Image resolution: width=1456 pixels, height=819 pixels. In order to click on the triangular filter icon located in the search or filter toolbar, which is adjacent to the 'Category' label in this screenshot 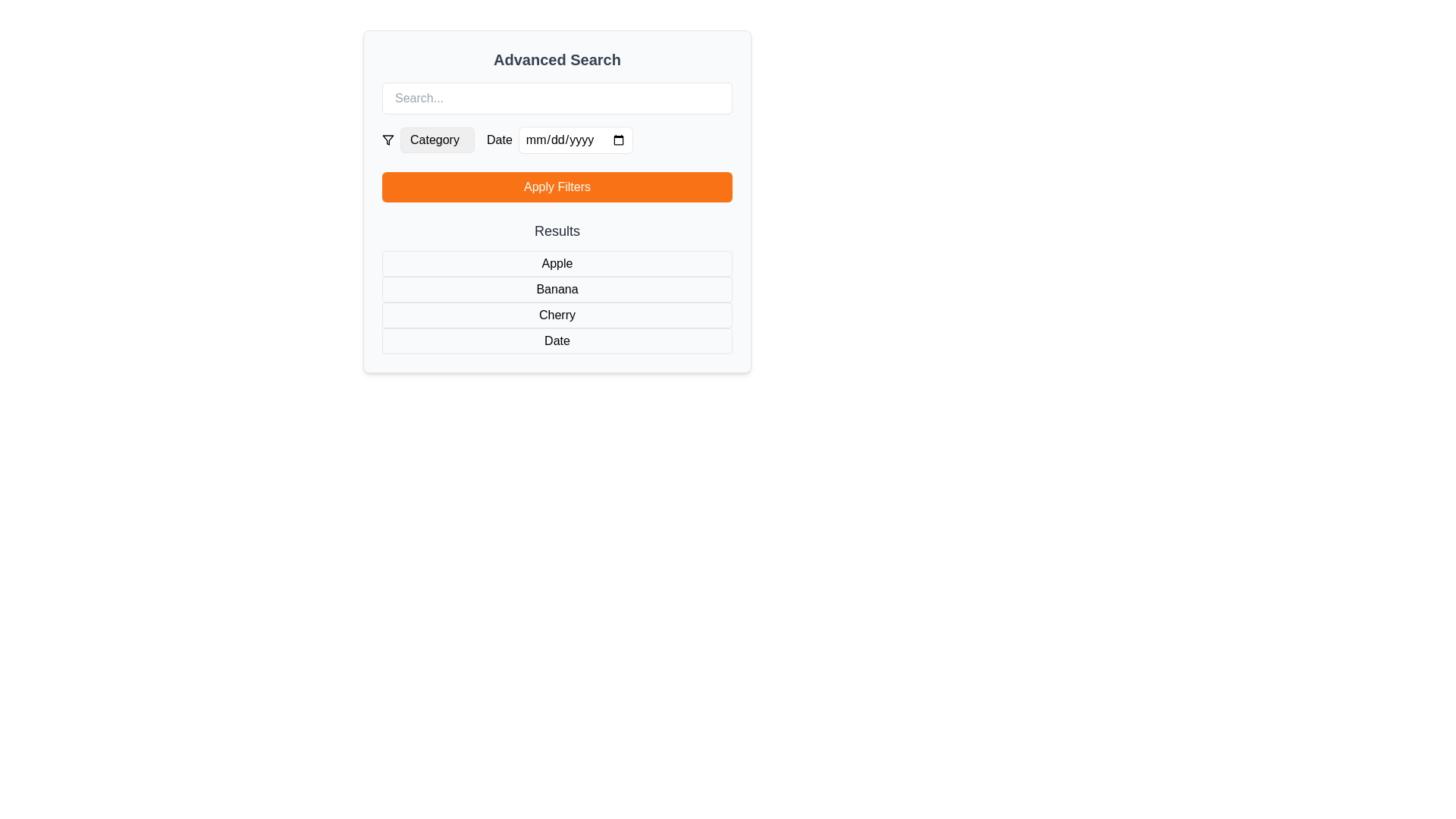, I will do `click(388, 140)`.